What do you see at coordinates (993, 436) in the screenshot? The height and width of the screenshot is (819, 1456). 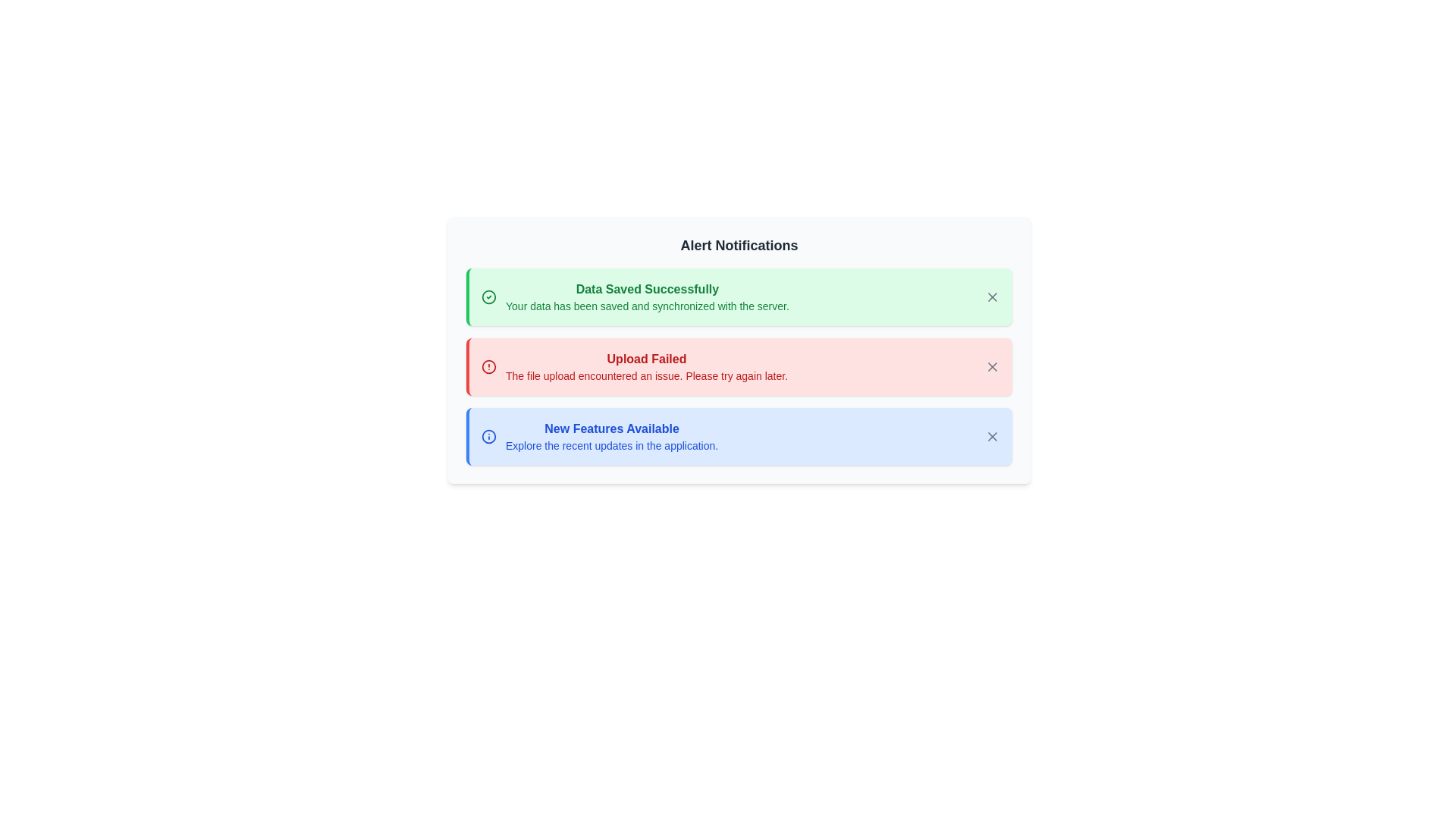 I see `close button for the alert titled 'New Features Available'` at bounding box center [993, 436].